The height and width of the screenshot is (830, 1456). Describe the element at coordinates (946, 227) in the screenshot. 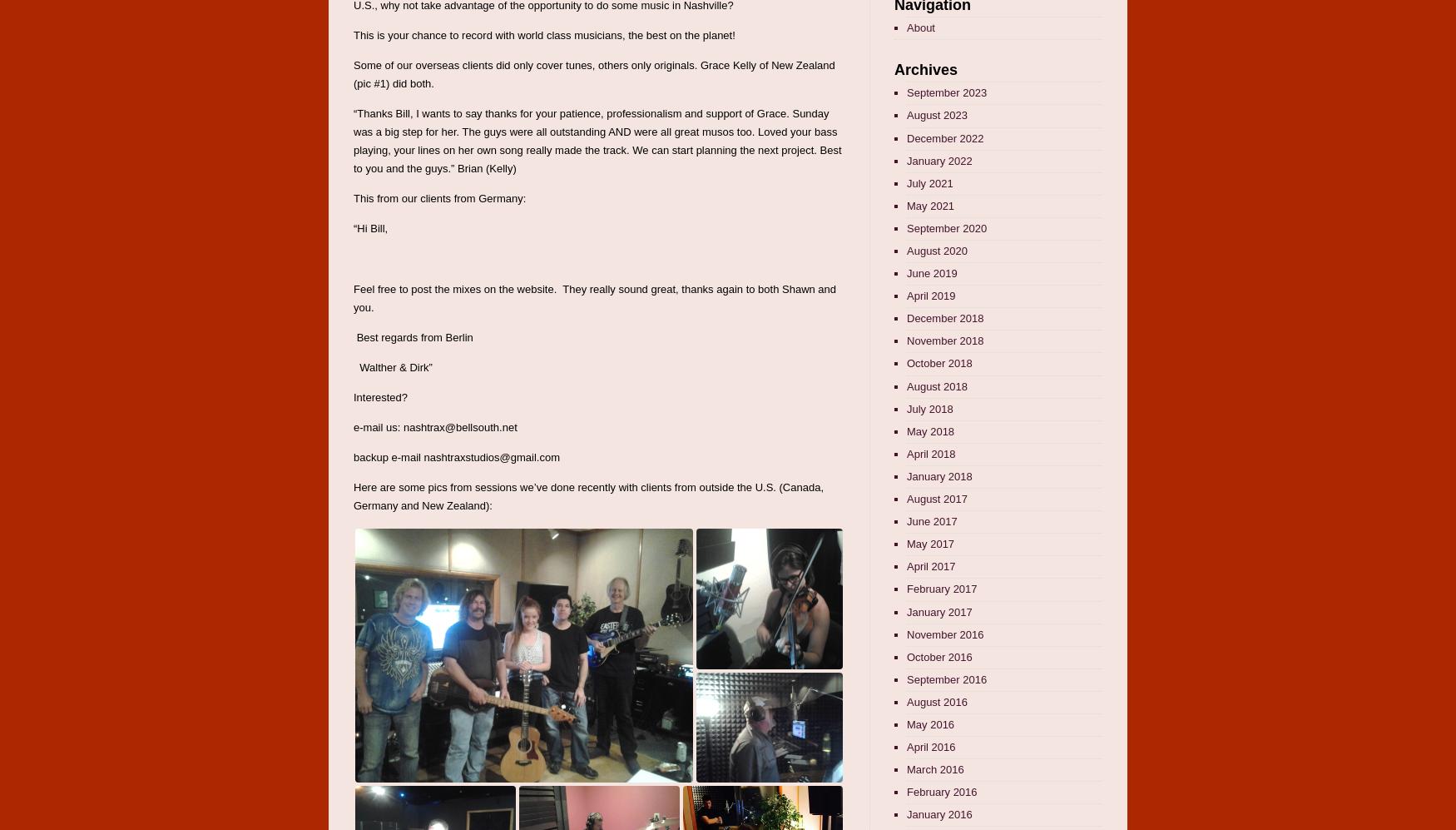

I see `'September 2020'` at that location.